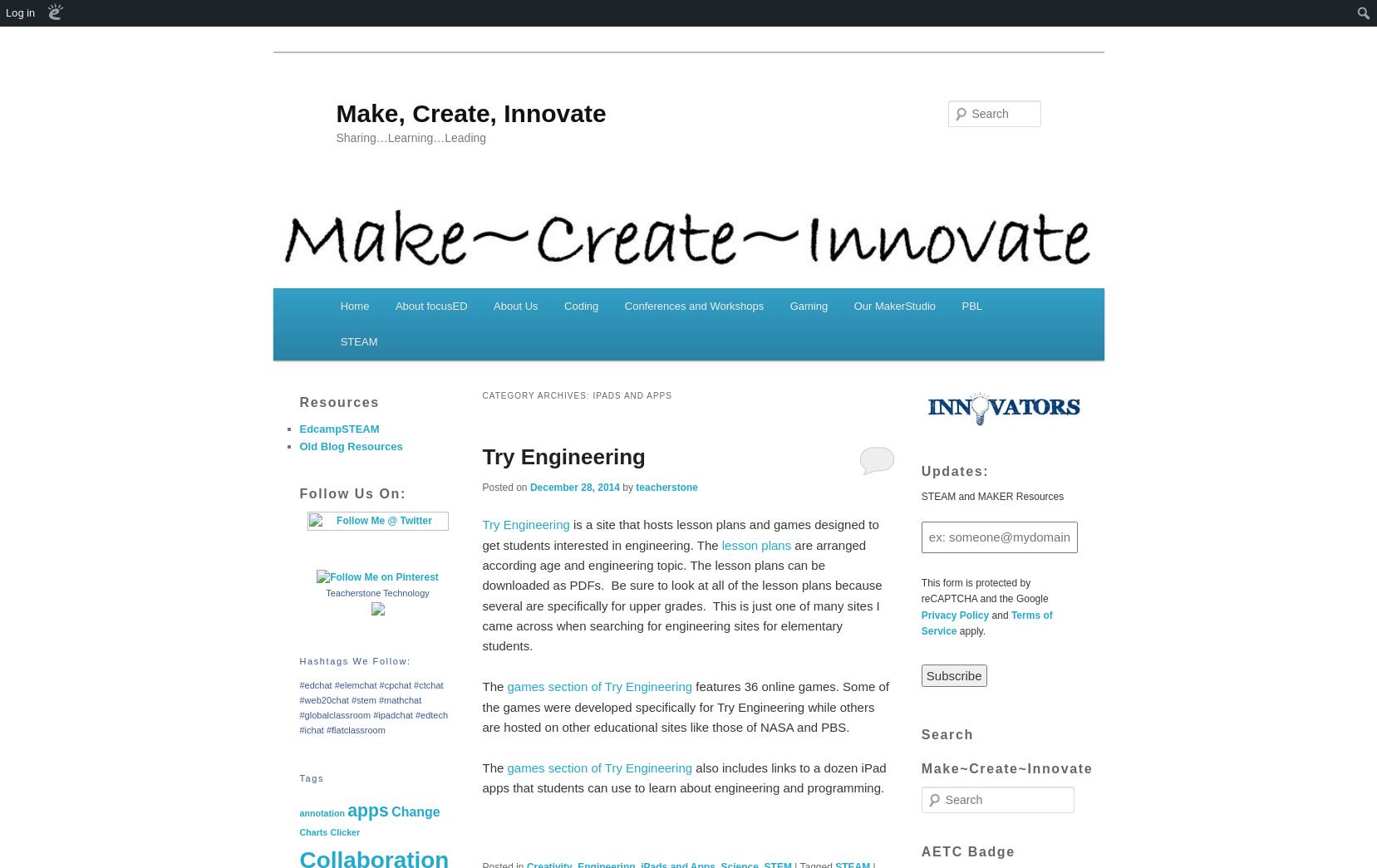  What do you see at coordinates (1006, 751) in the screenshot?
I see `'Search Make~Create~Innovate'` at bounding box center [1006, 751].